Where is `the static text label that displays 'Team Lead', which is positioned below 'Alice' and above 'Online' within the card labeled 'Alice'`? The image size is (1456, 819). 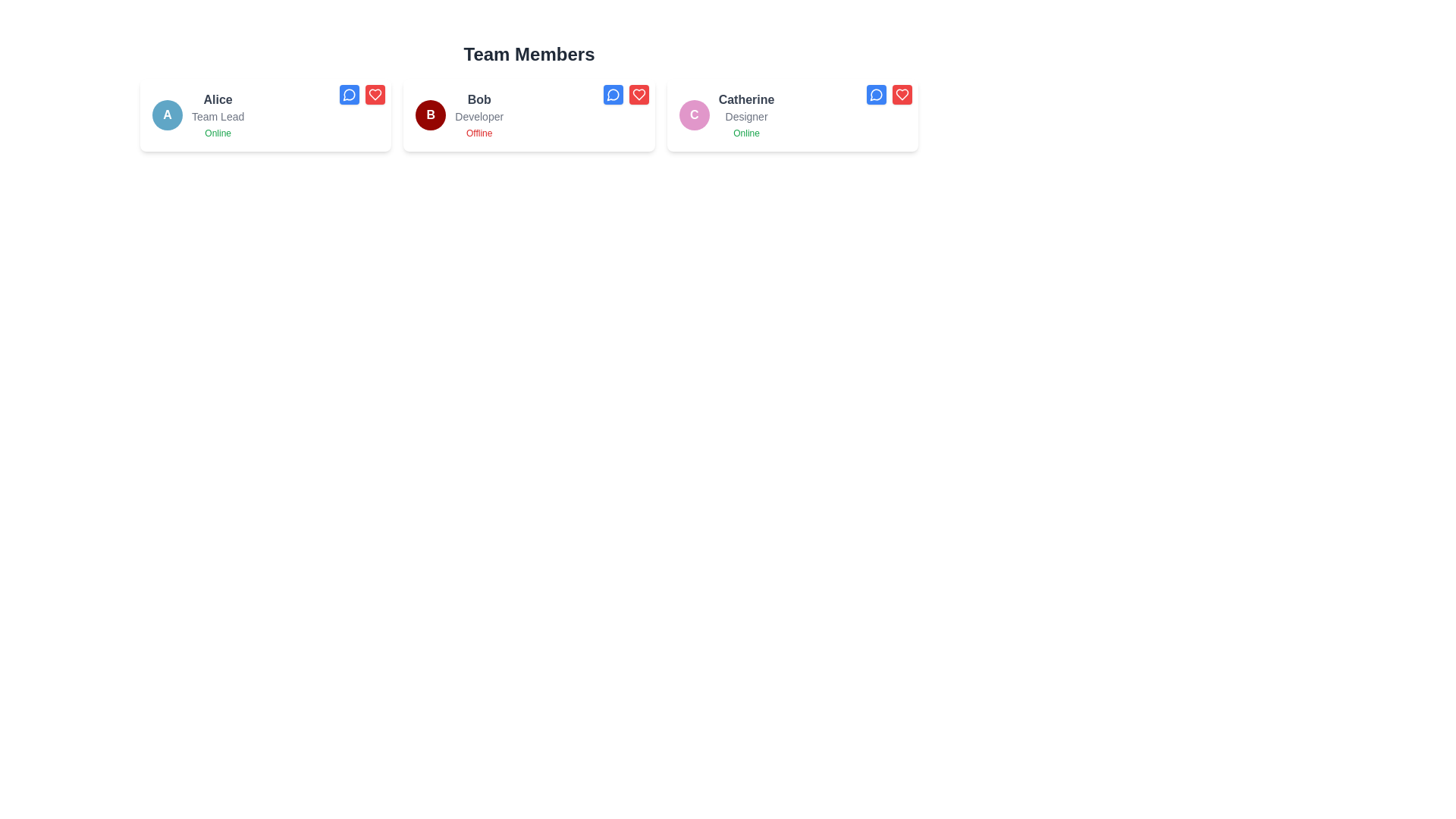
the static text label that displays 'Team Lead', which is positioned below 'Alice' and above 'Online' within the card labeled 'Alice' is located at coordinates (217, 116).